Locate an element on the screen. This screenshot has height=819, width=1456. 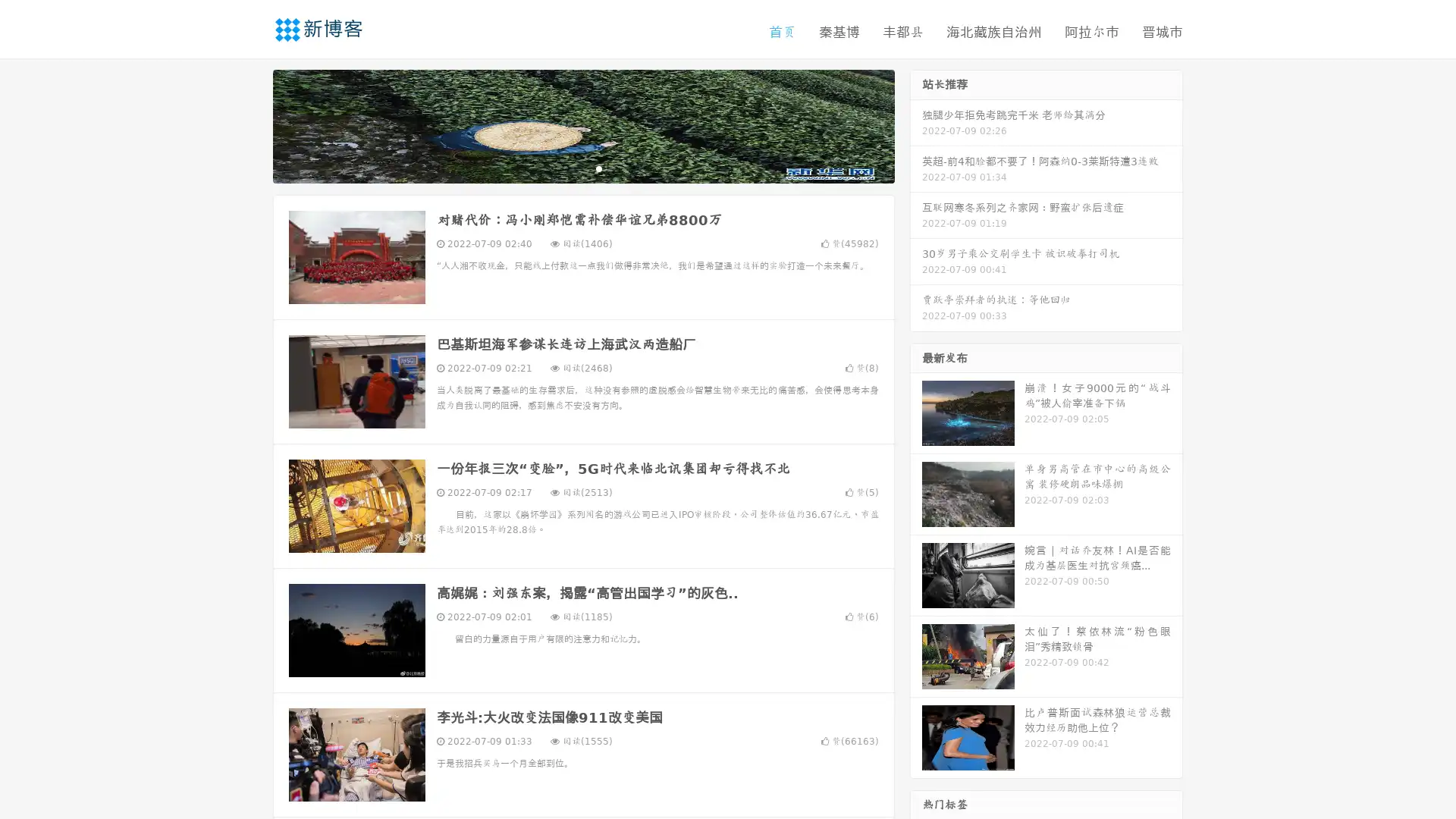
Previous slide is located at coordinates (250, 127).